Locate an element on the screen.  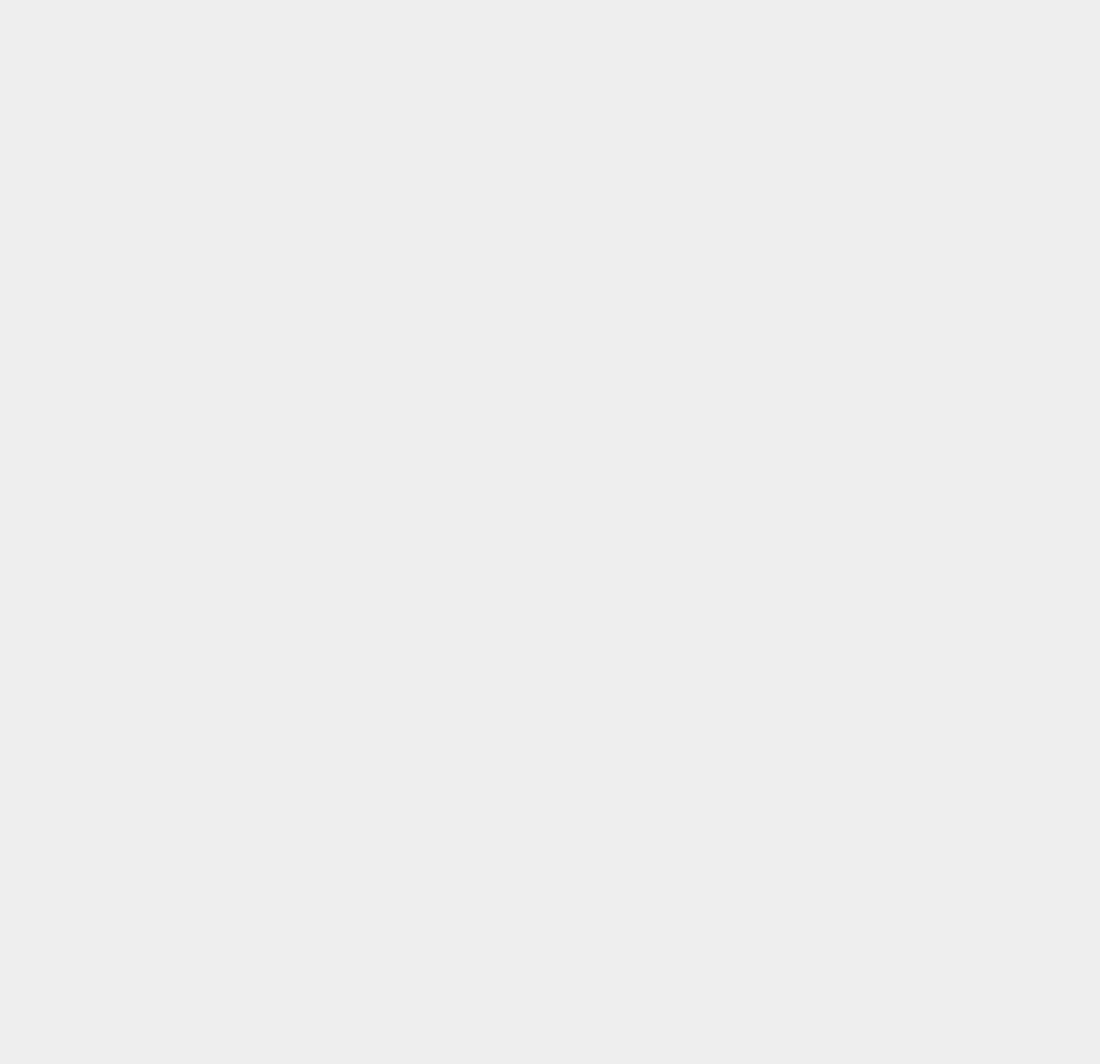
'Google Plus Pages' is located at coordinates (835, 447).